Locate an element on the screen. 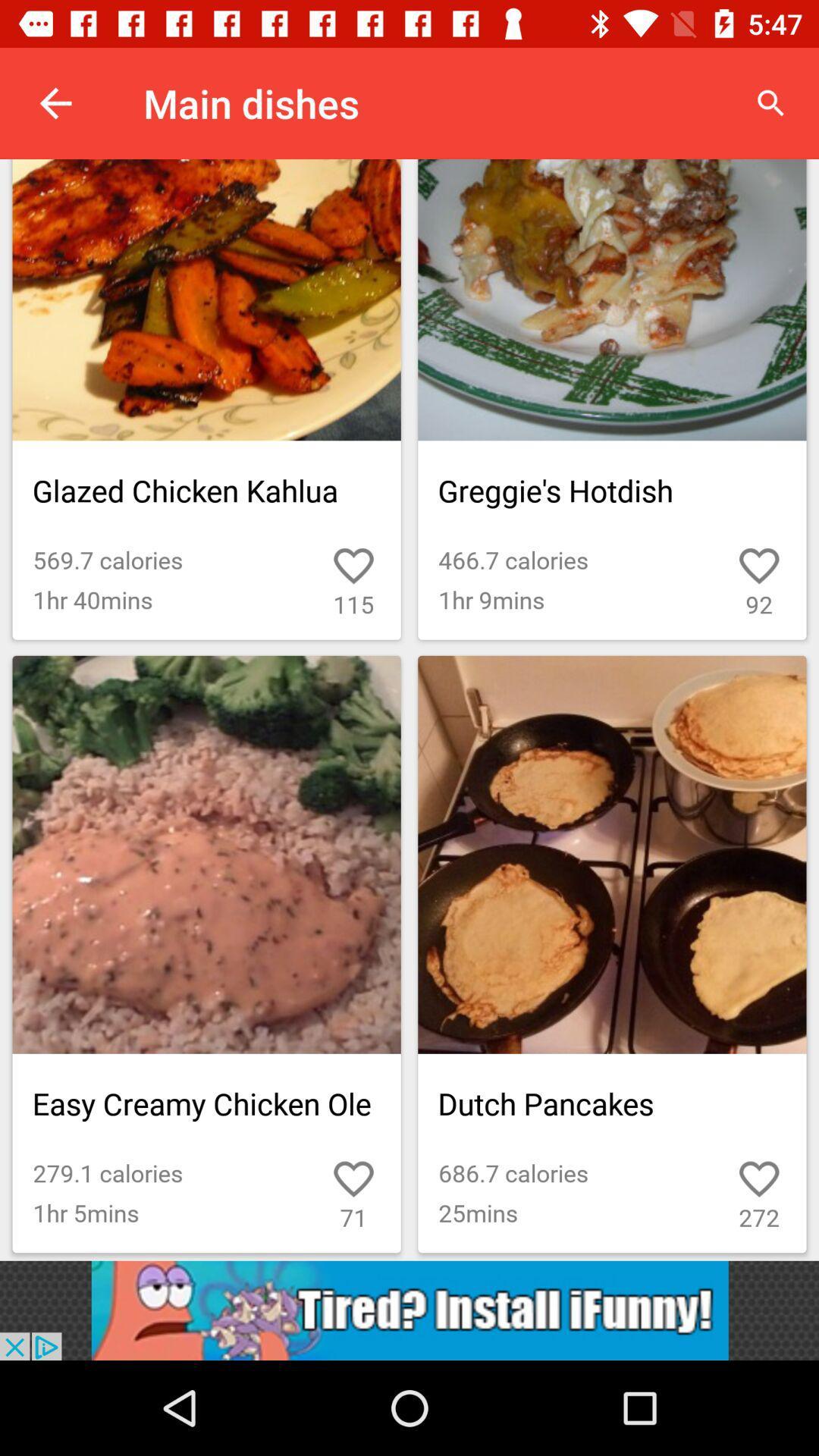 This screenshot has width=819, height=1456. the text below the second image in the first row is located at coordinates (611, 491).